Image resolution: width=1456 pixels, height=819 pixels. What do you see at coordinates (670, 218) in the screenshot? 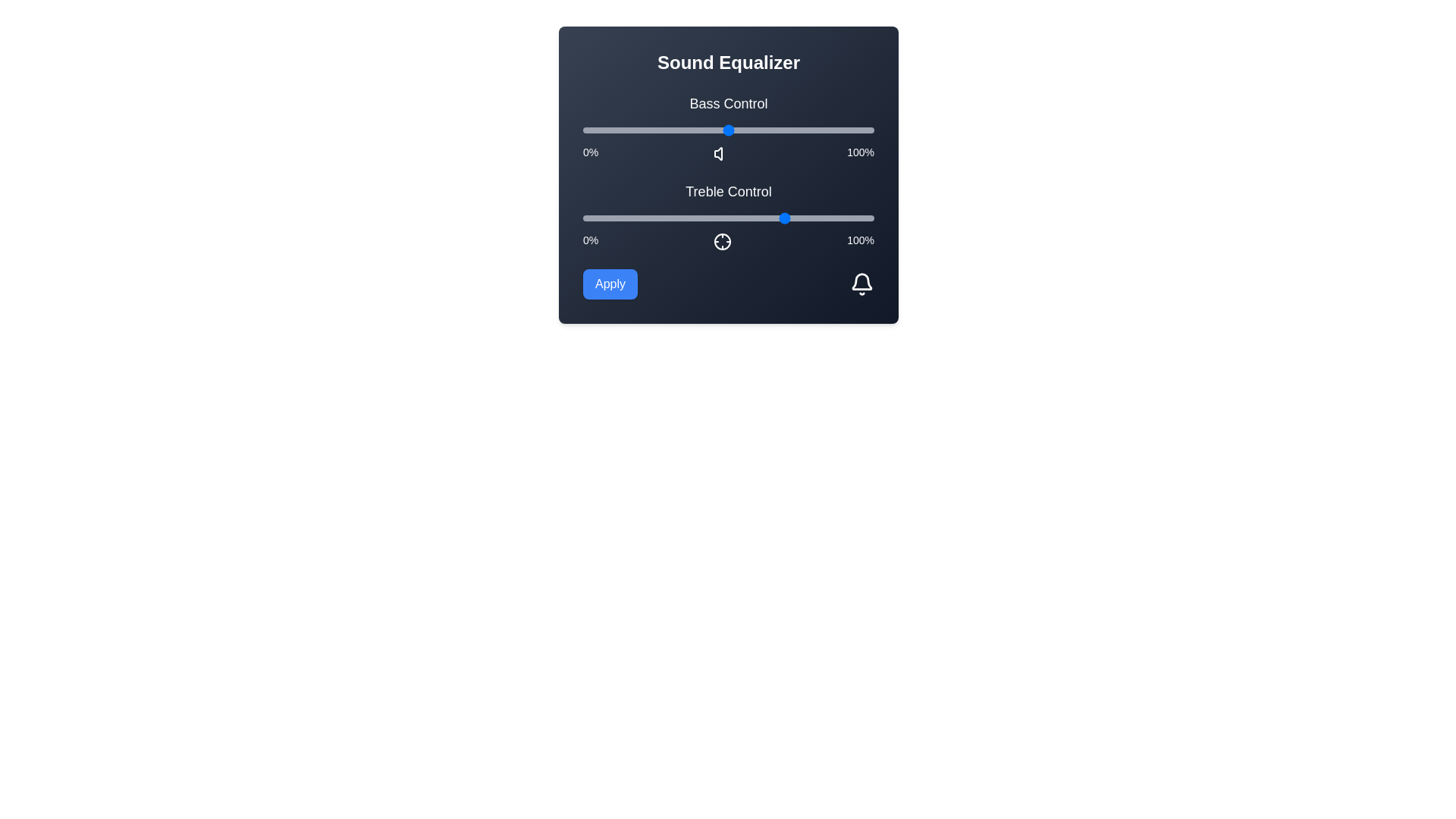
I see `the treble slider to 30%` at bounding box center [670, 218].